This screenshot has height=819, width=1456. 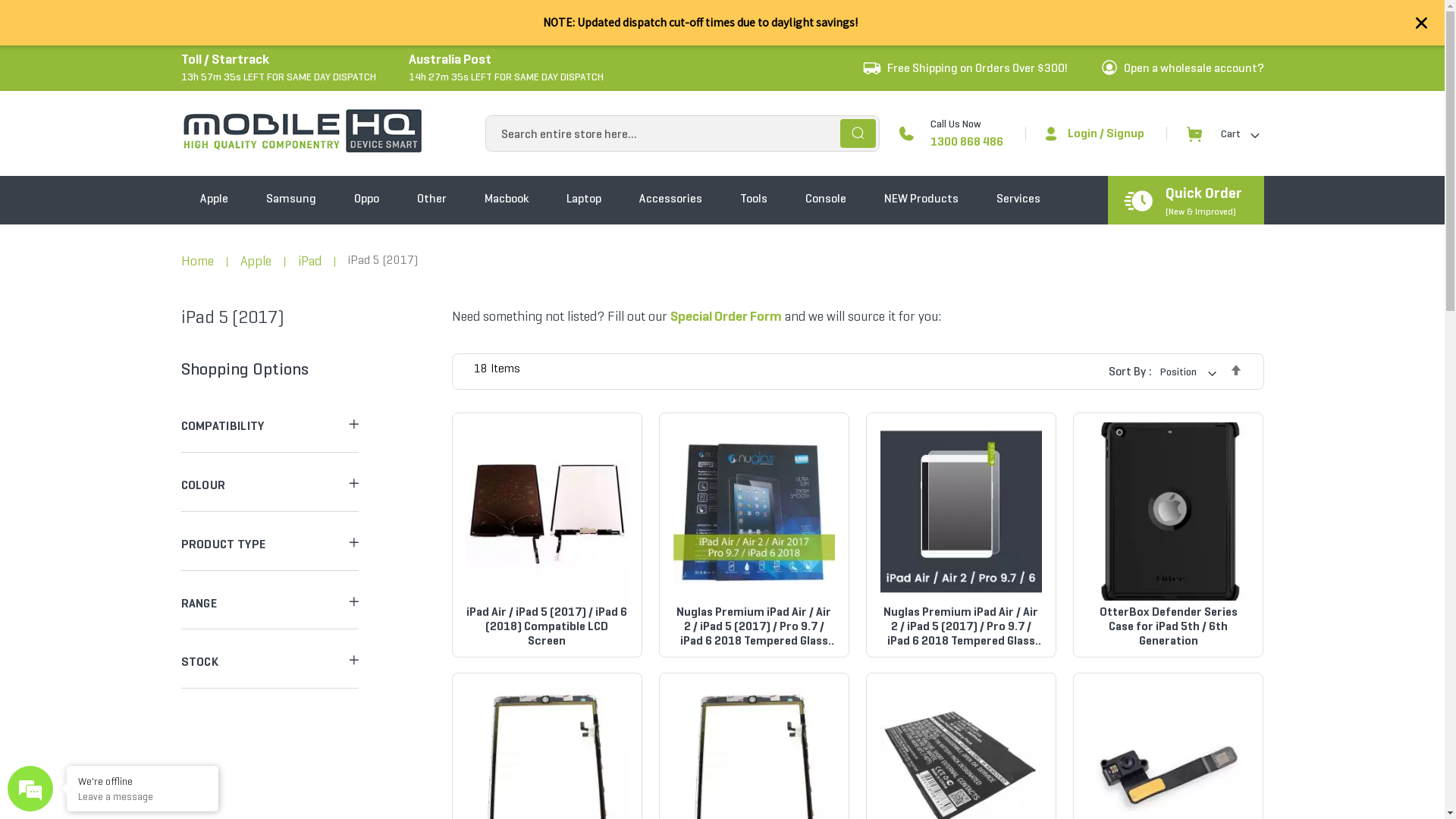 I want to click on 'OtterBox Defender Series Case for iPad 5th / 6th Generation', so click(x=1087, y=626).